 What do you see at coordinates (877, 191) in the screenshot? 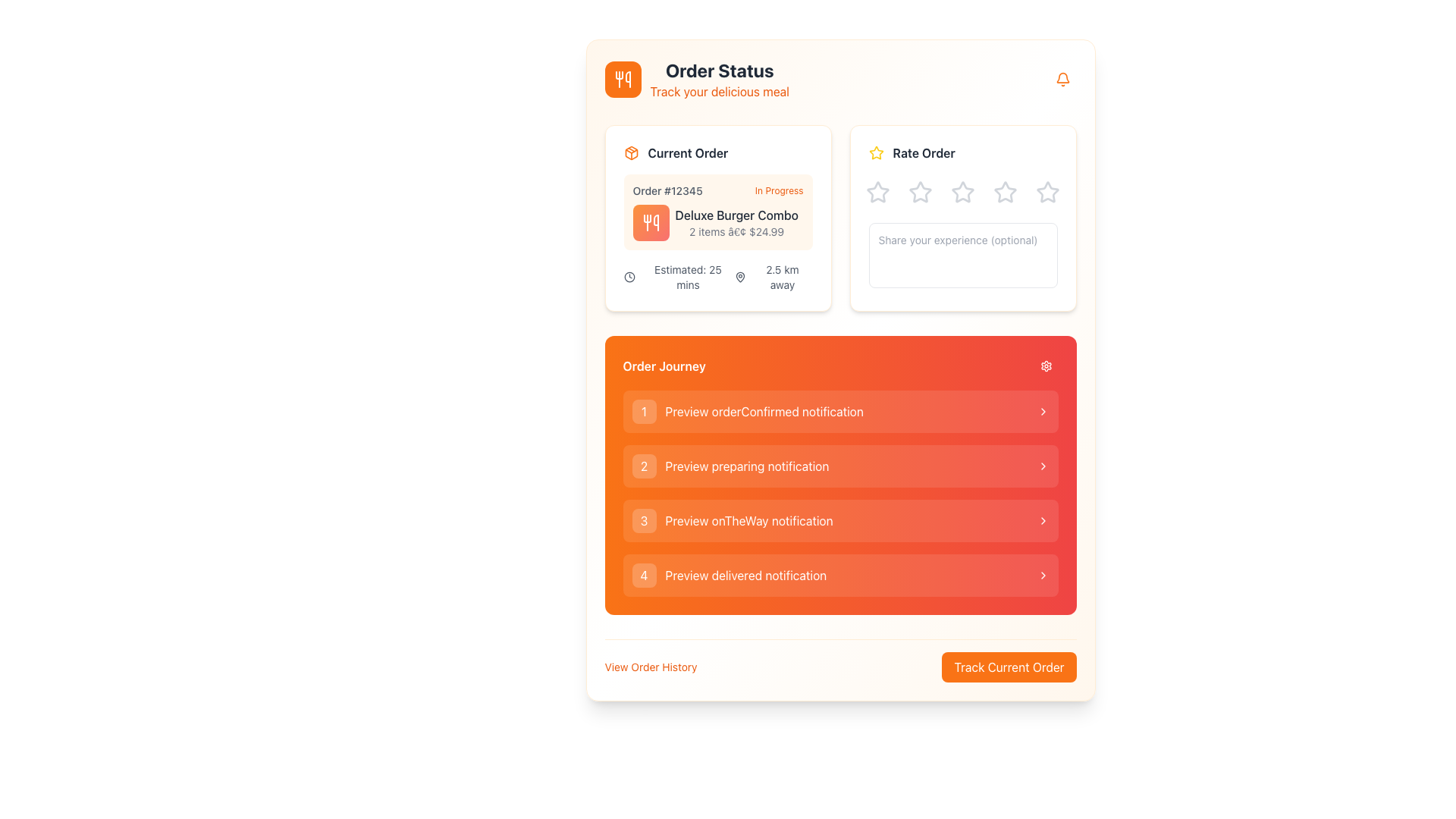
I see `the first outlined star icon in the 'Rate Order' section` at bounding box center [877, 191].